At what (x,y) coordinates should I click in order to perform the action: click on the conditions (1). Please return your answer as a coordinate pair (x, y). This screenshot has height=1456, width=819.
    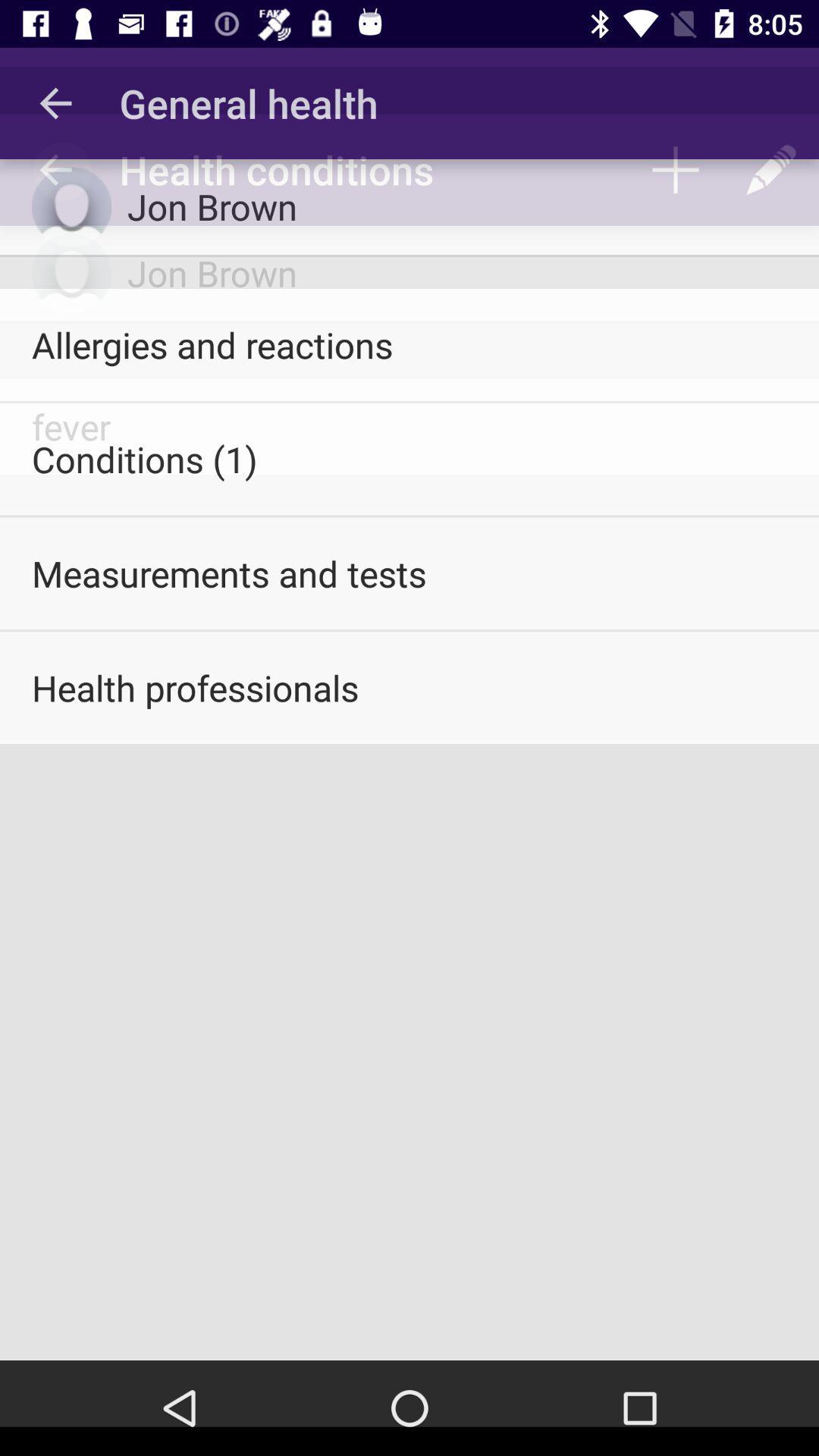
    Looking at the image, I should click on (409, 458).